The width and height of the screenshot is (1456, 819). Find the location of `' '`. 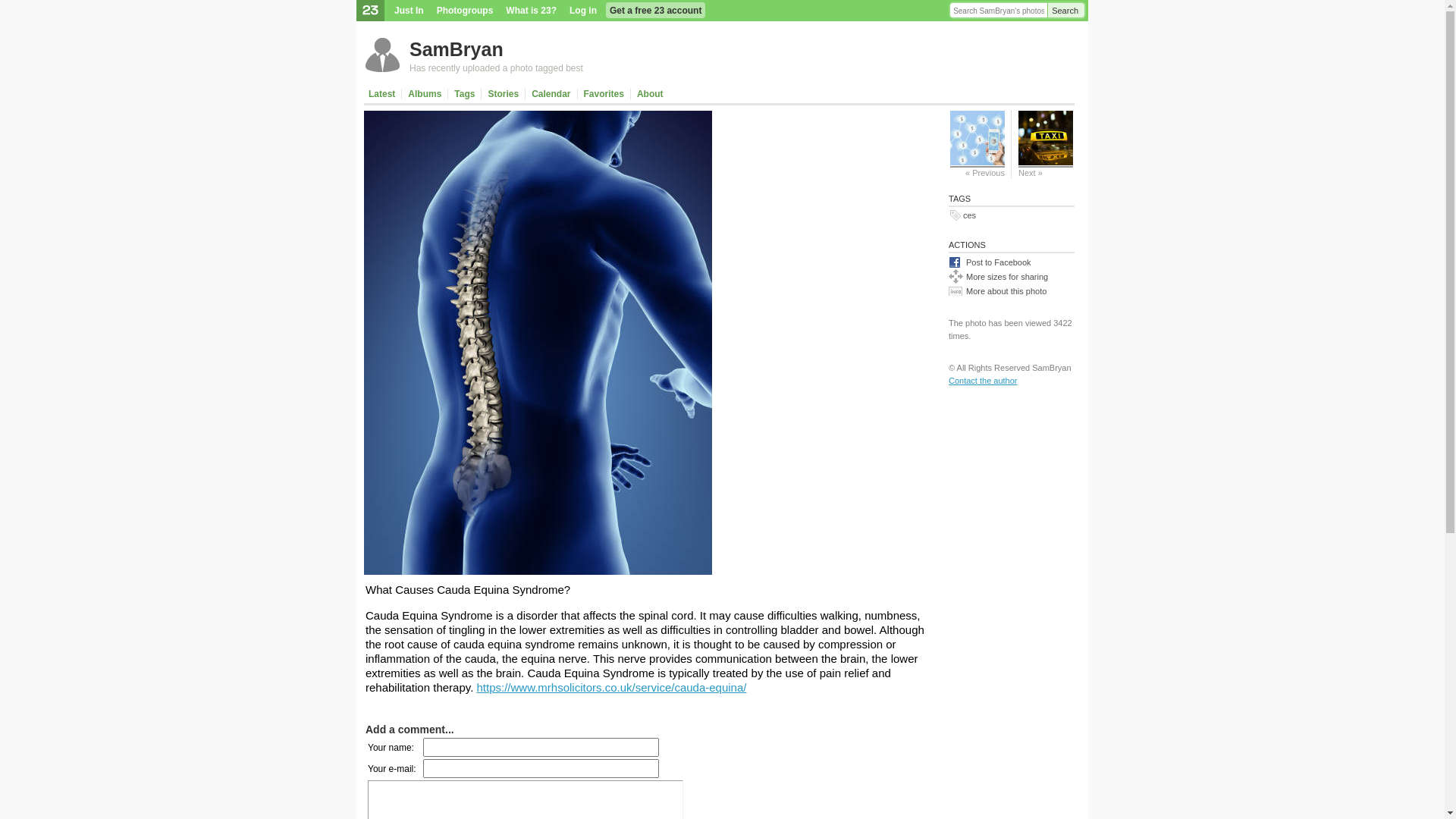

' ' is located at coordinates (676, 93).